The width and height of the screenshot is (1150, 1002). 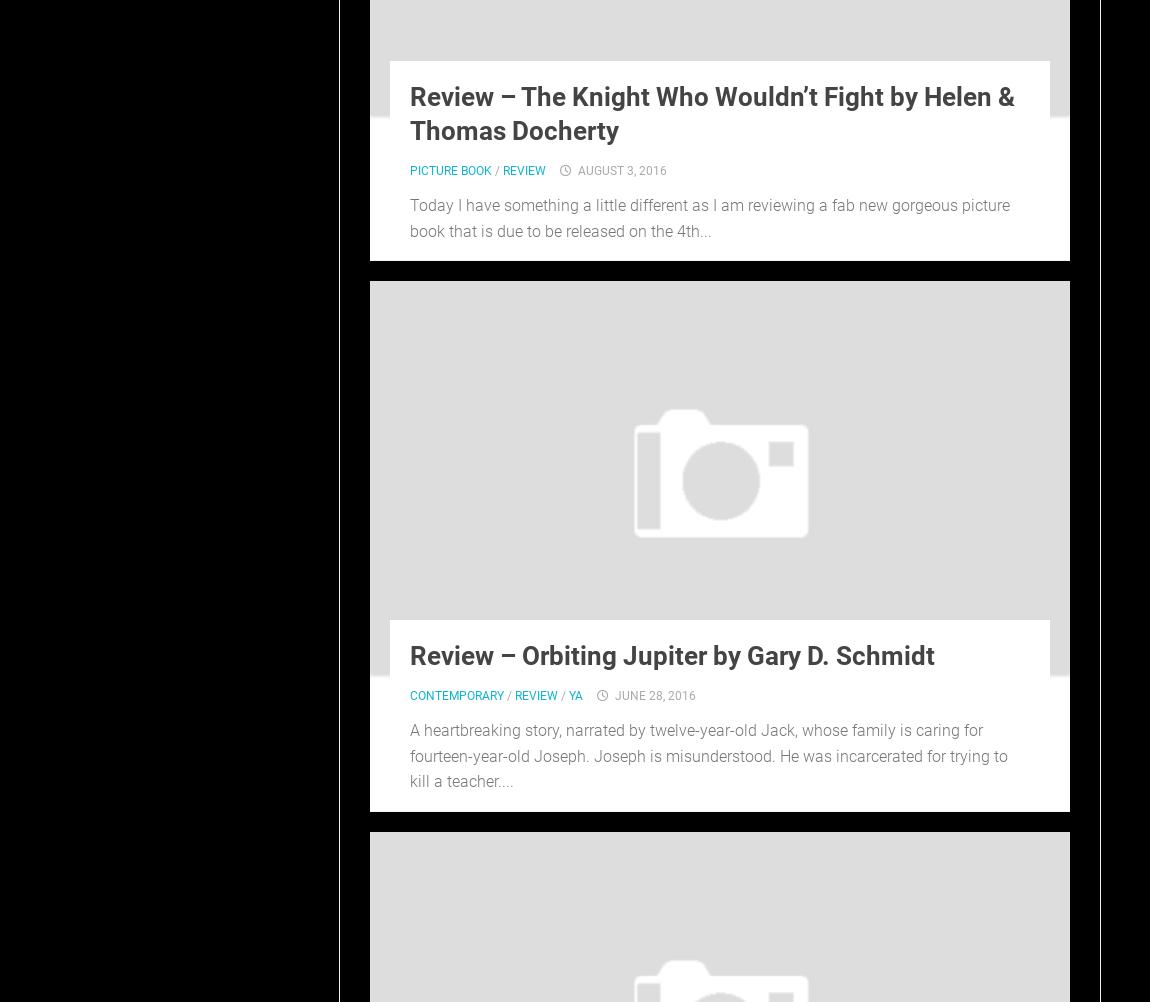 I want to click on 'Contemporary', so click(x=409, y=695).